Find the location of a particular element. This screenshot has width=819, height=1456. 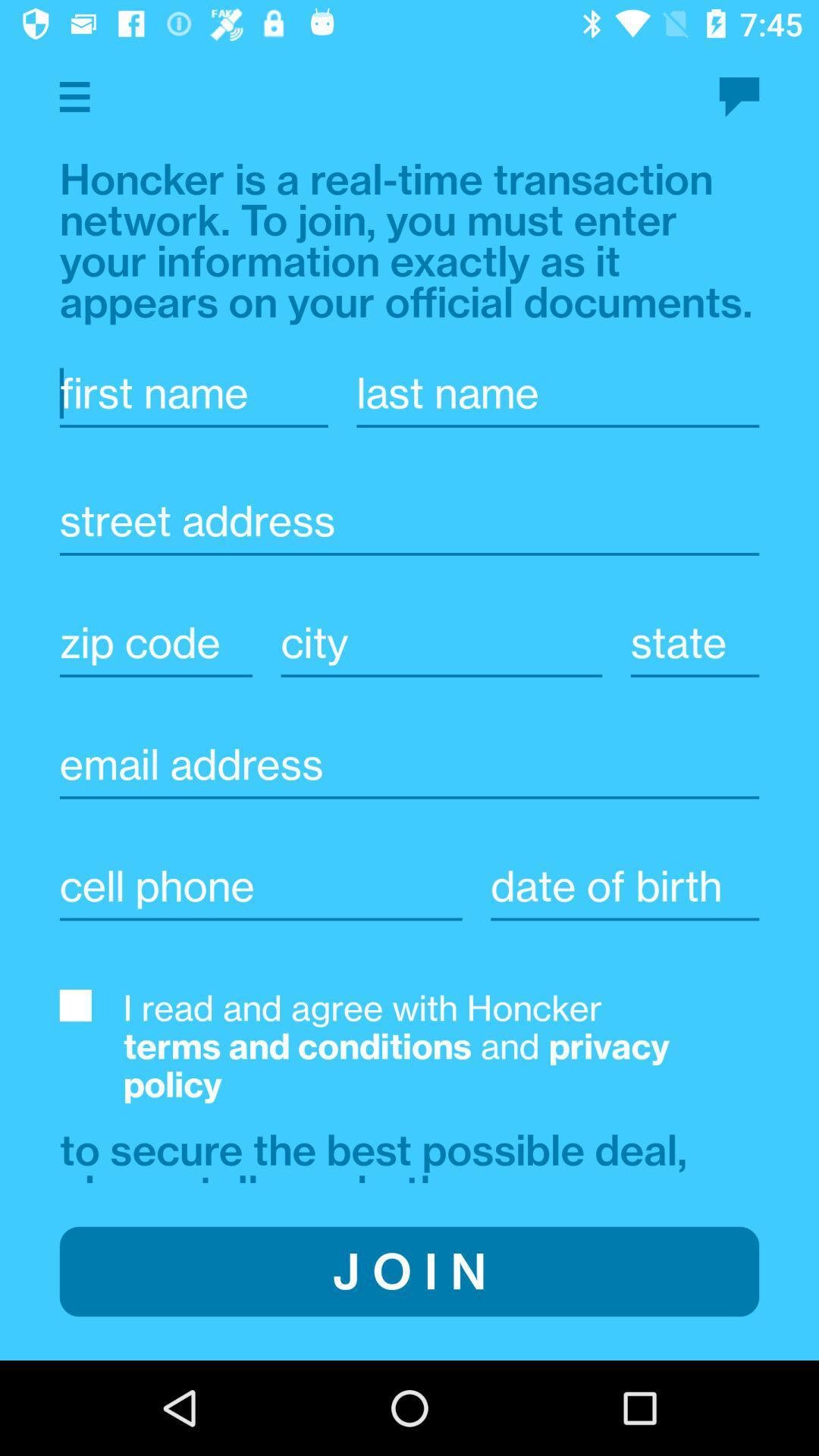

open app menu is located at coordinates (74, 96).